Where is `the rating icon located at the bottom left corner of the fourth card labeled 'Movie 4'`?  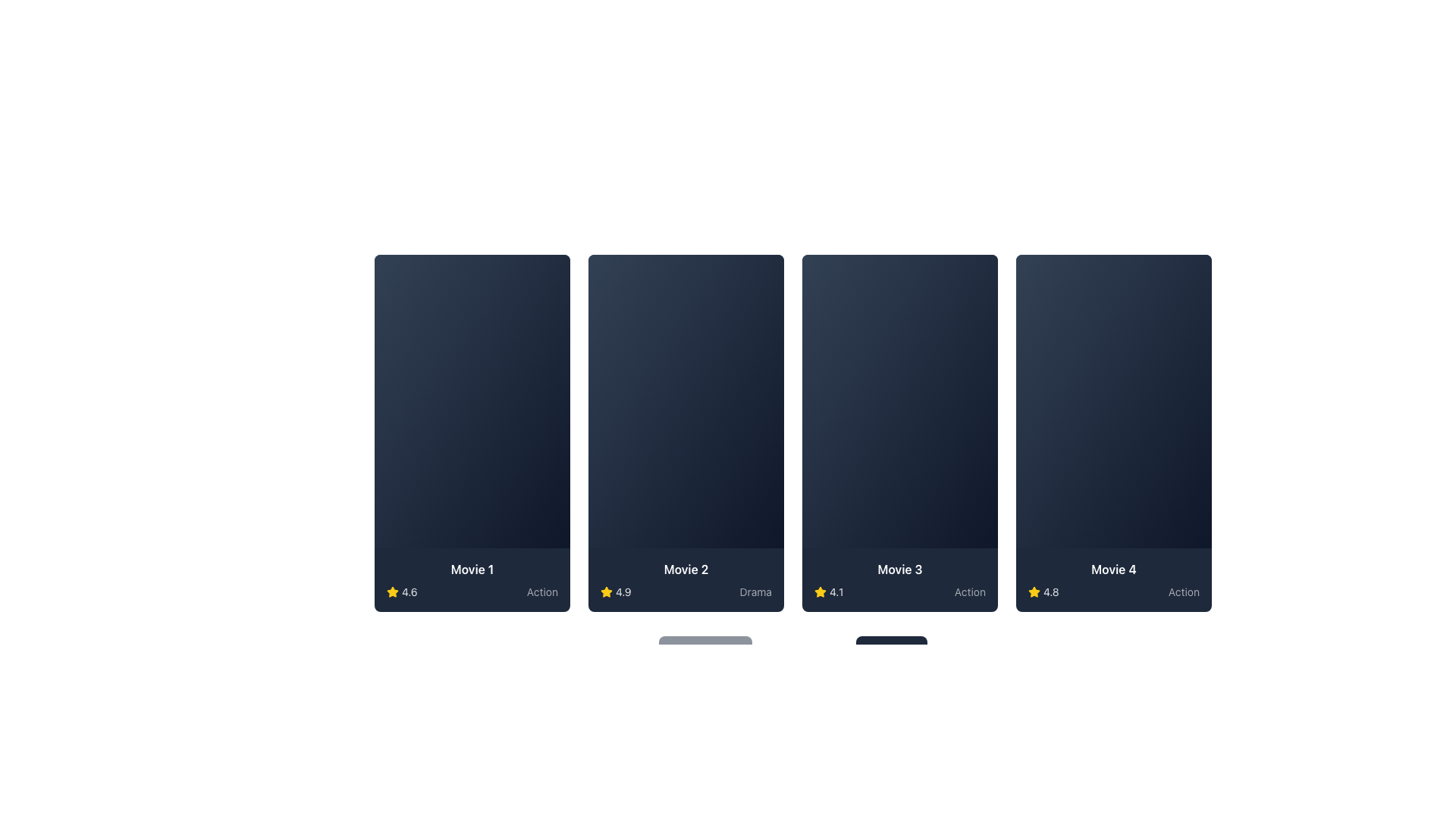
the rating icon located at the bottom left corner of the fourth card labeled 'Movie 4' is located at coordinates (1033, 591).